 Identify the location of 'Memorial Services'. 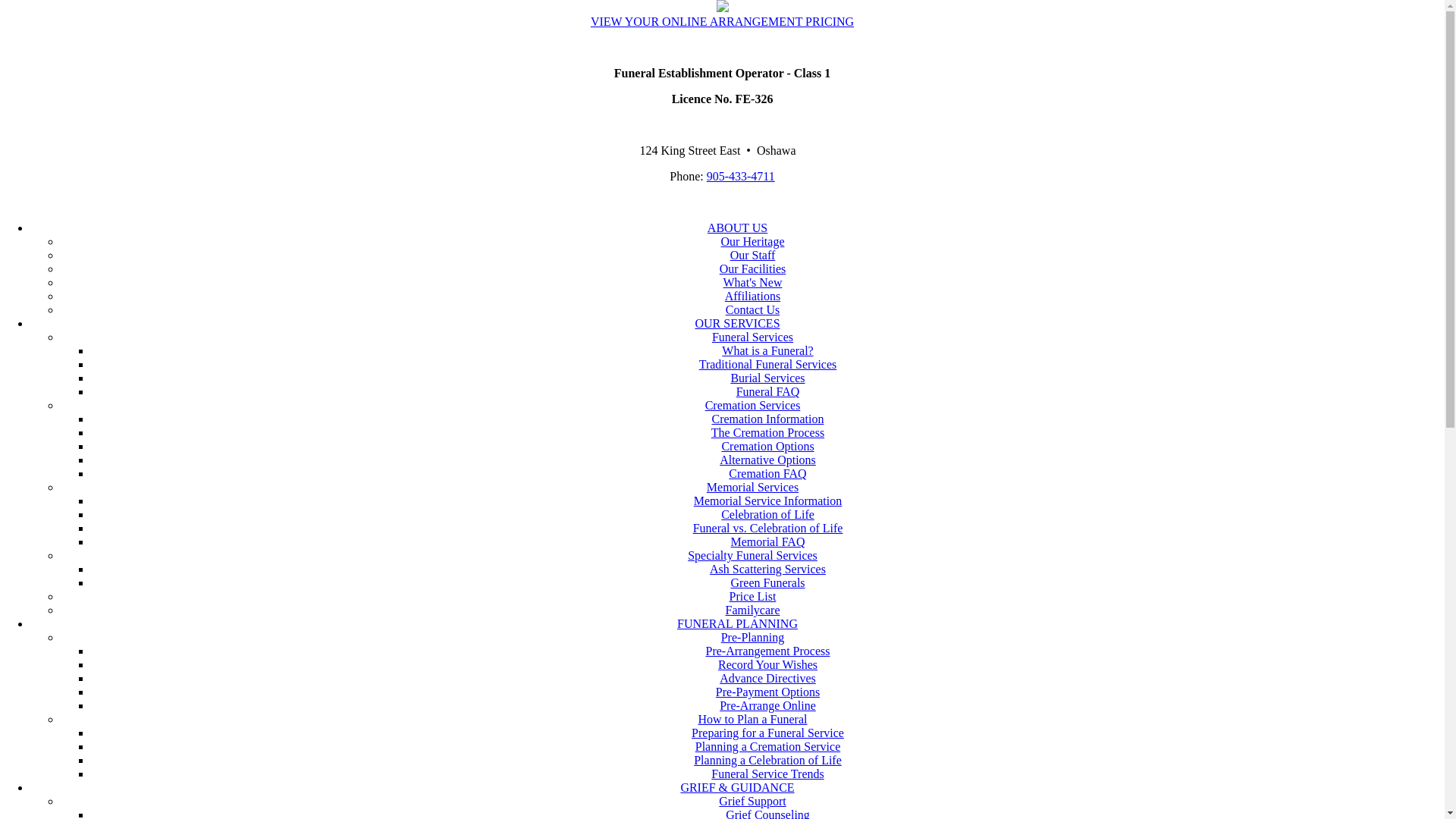
(752, 487).